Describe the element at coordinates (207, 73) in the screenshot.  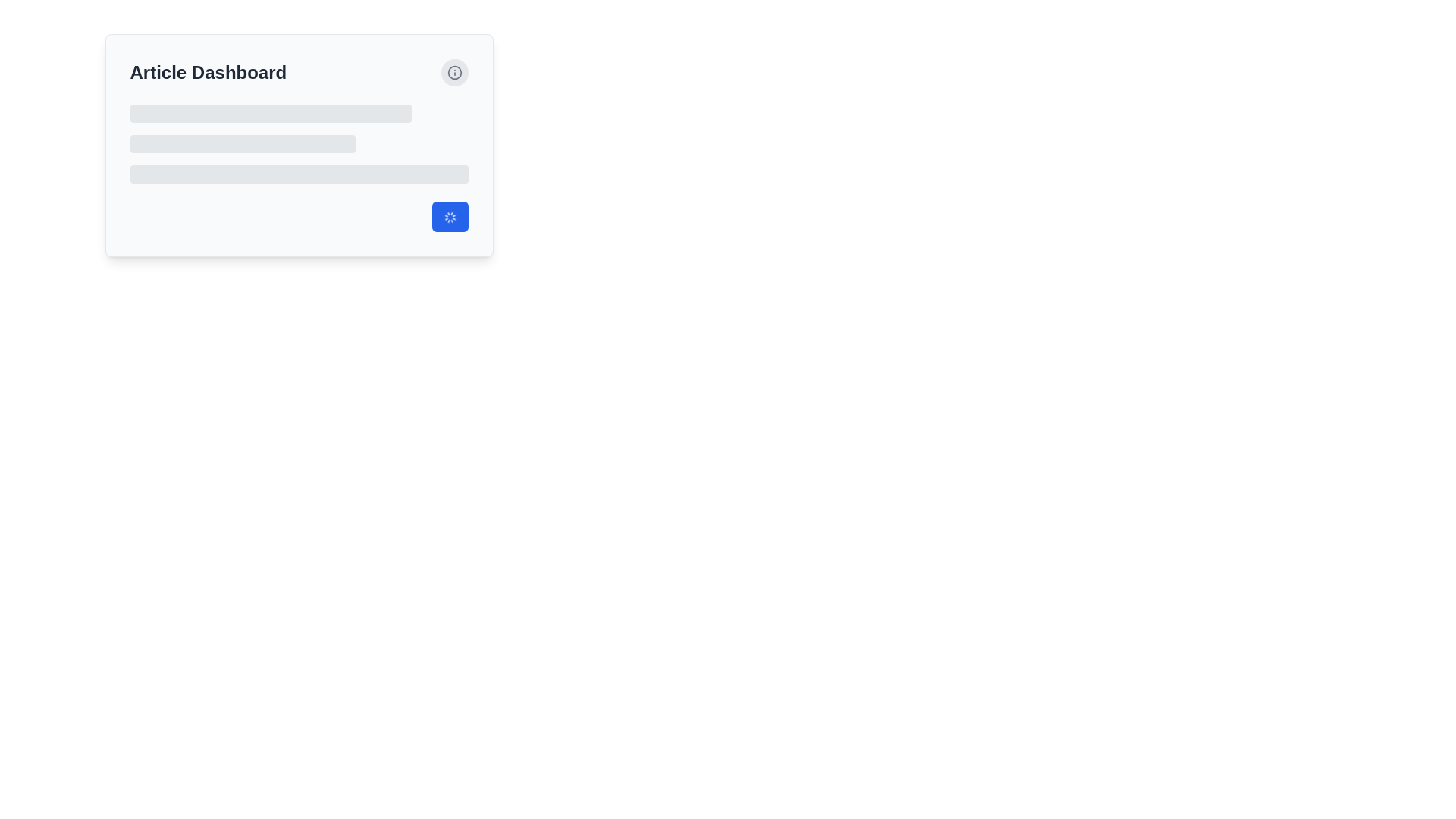
I see `the prominent text label displaying 'Article Dashboard', which is styled with a large, bold font and located at the top left corner of its containing card` at that location.